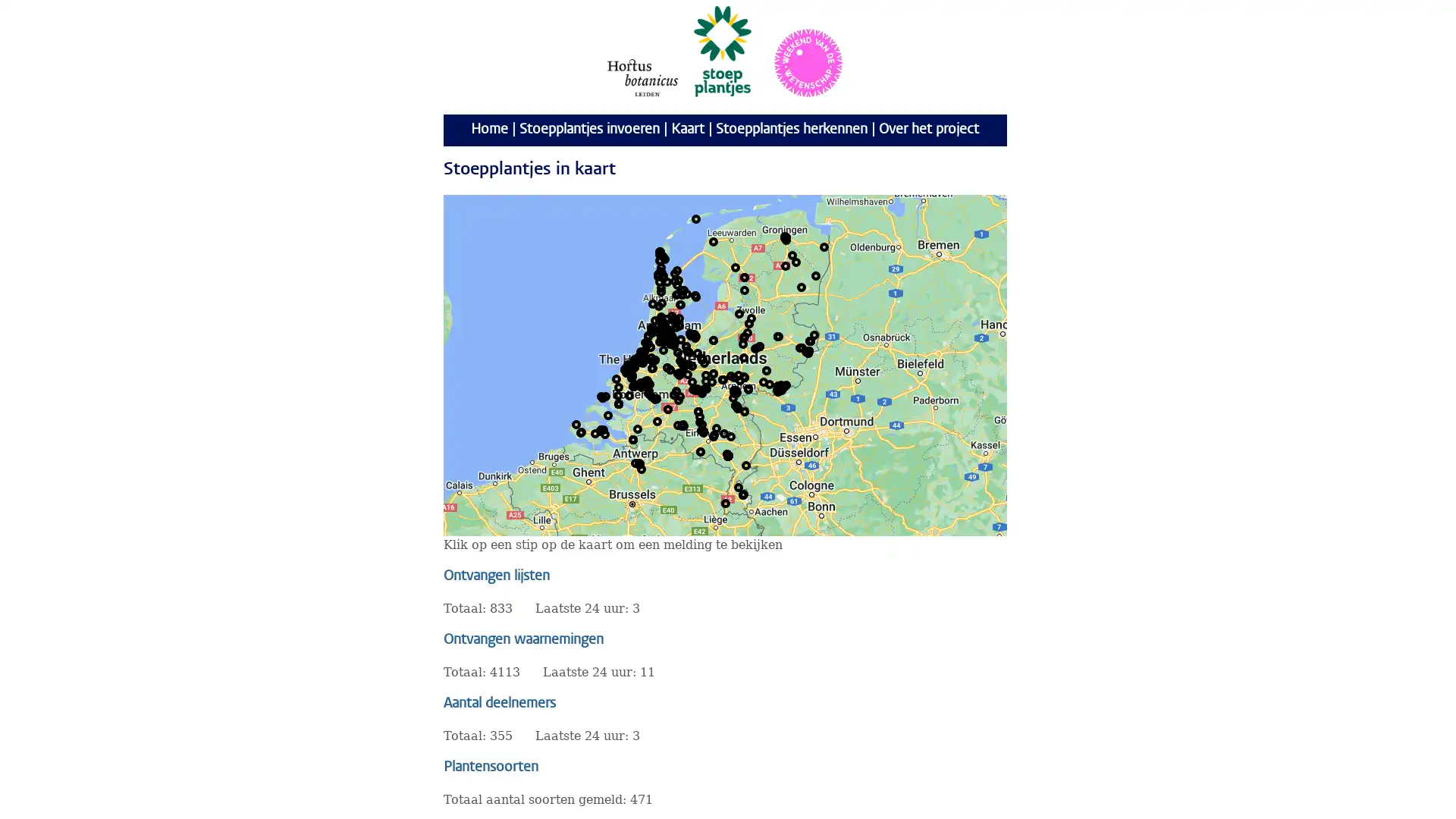 This screenshot has height=819, width=1456. What do you see at coordinates (669, 333) in the screenshot?
I see `Telling van Hannah op 14 april 2022` at bounding box center [669, 333].